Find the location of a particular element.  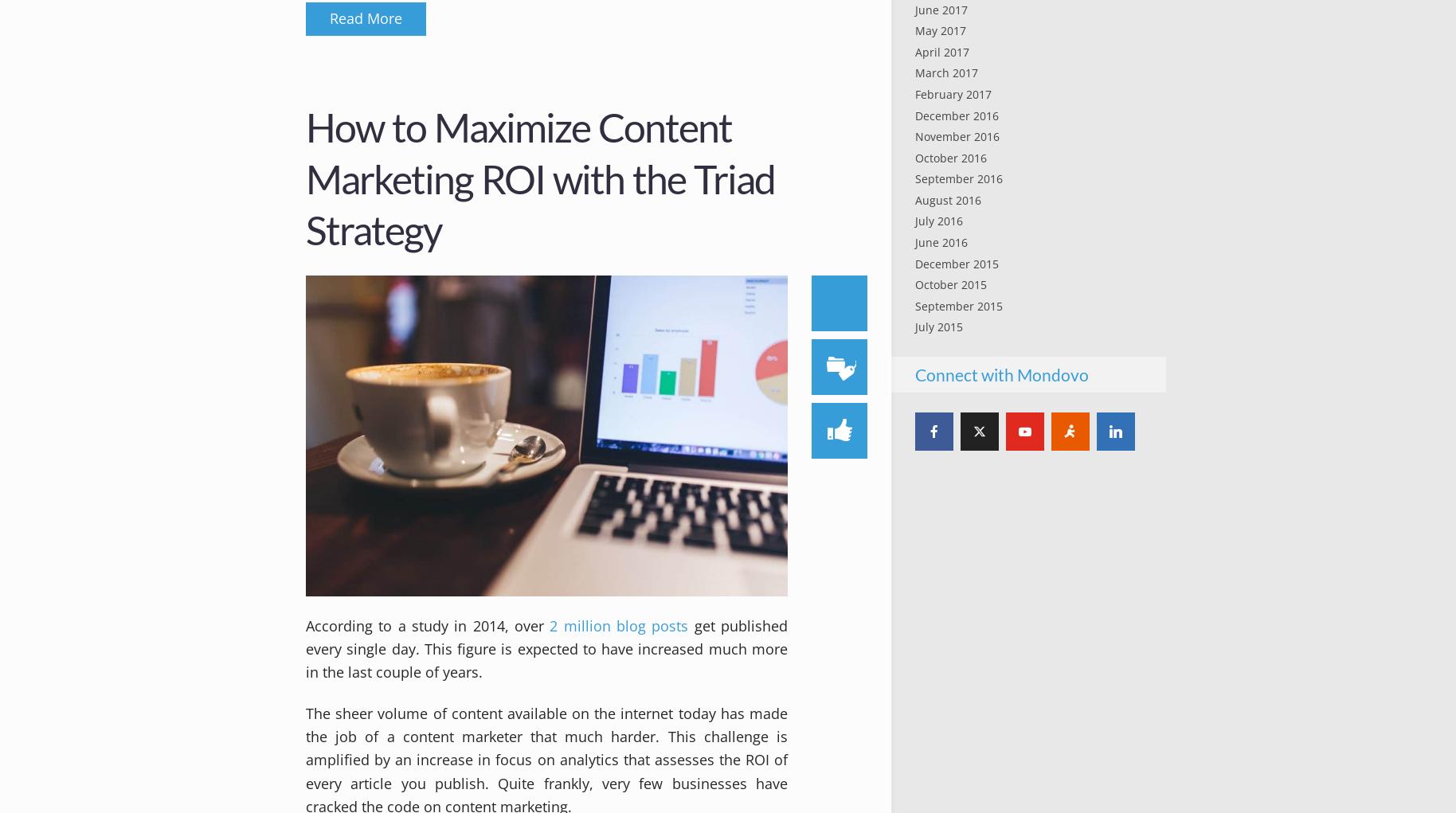

'June 2017' is located at coordinates (940, 8).